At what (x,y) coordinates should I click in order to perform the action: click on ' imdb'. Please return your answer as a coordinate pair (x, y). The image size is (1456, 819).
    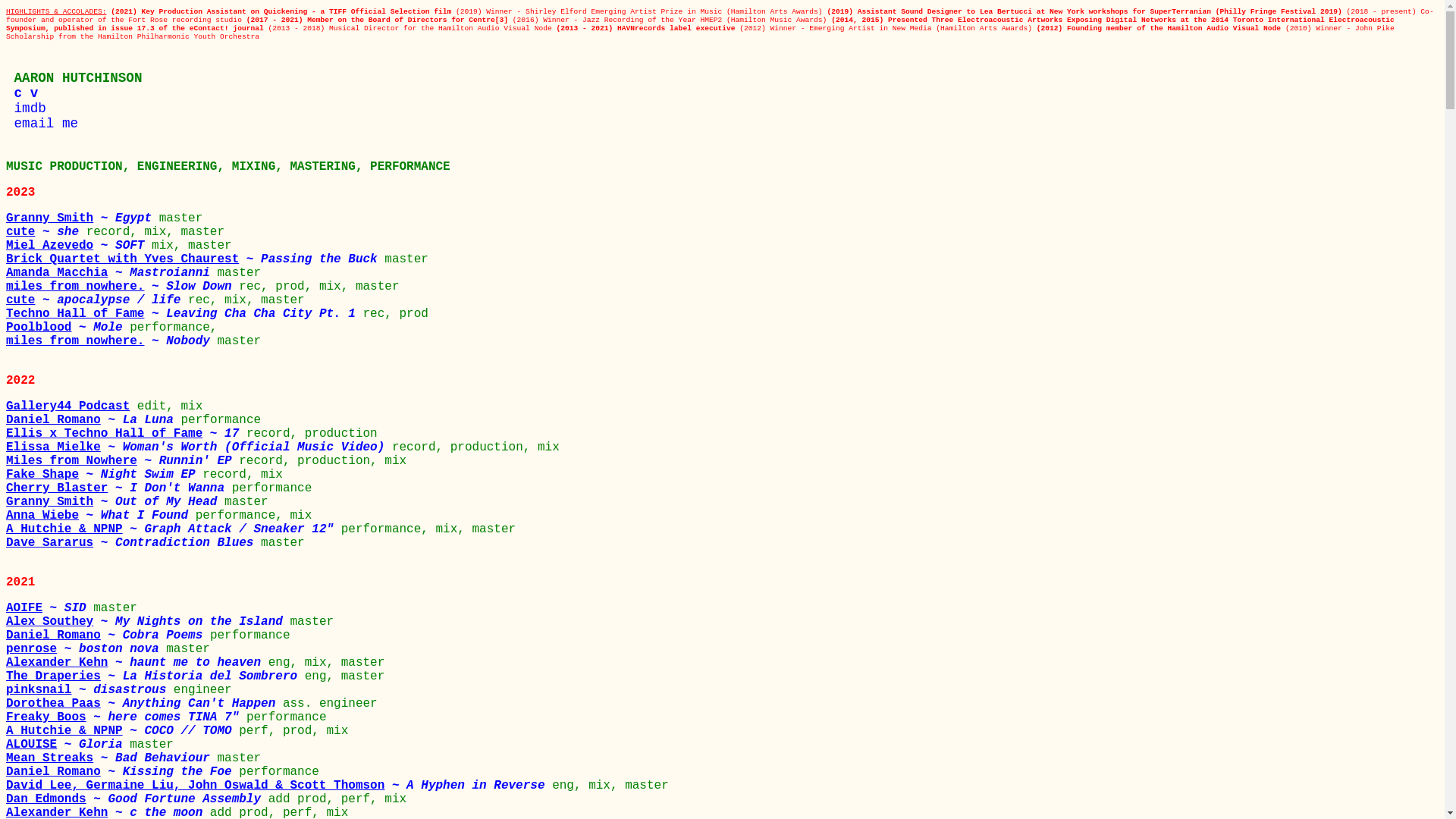
    Looking at the image, I should click on (6, 107).